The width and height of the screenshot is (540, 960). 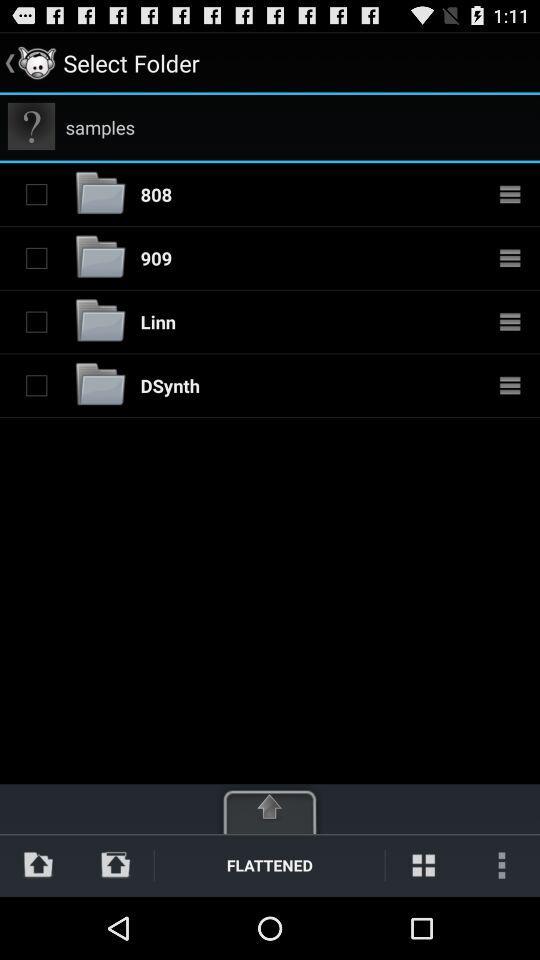 What do you see at coordinates (36, 321) in the screenshot?
I see `folder` at bounding box center [36, 321].